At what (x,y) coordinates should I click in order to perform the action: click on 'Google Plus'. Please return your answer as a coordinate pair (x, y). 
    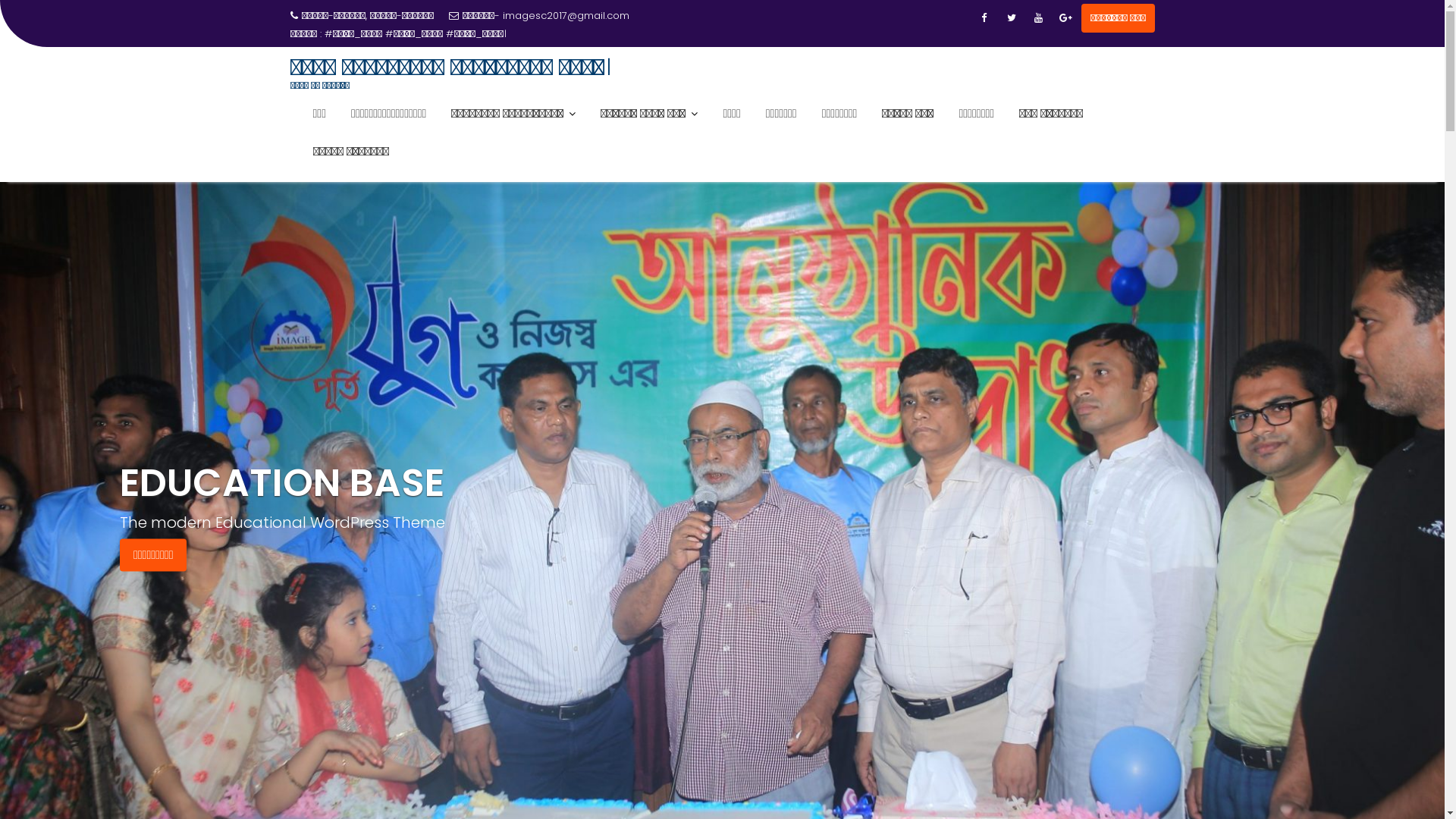
    Looking at the image, I should click on (1065, 17).